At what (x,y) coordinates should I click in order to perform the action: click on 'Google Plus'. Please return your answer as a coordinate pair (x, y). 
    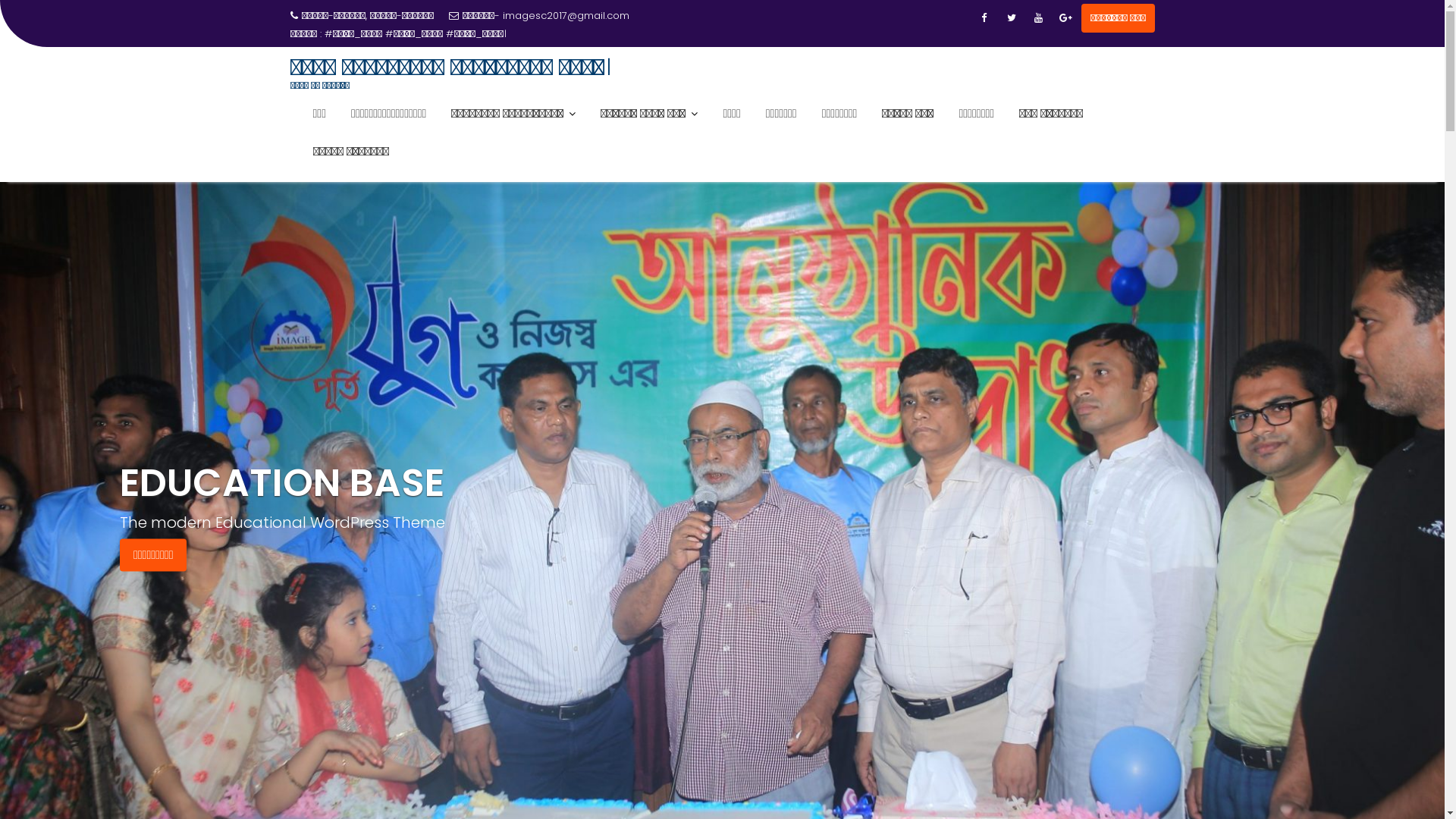
    Looking at the image, I should click on (1065, 17).